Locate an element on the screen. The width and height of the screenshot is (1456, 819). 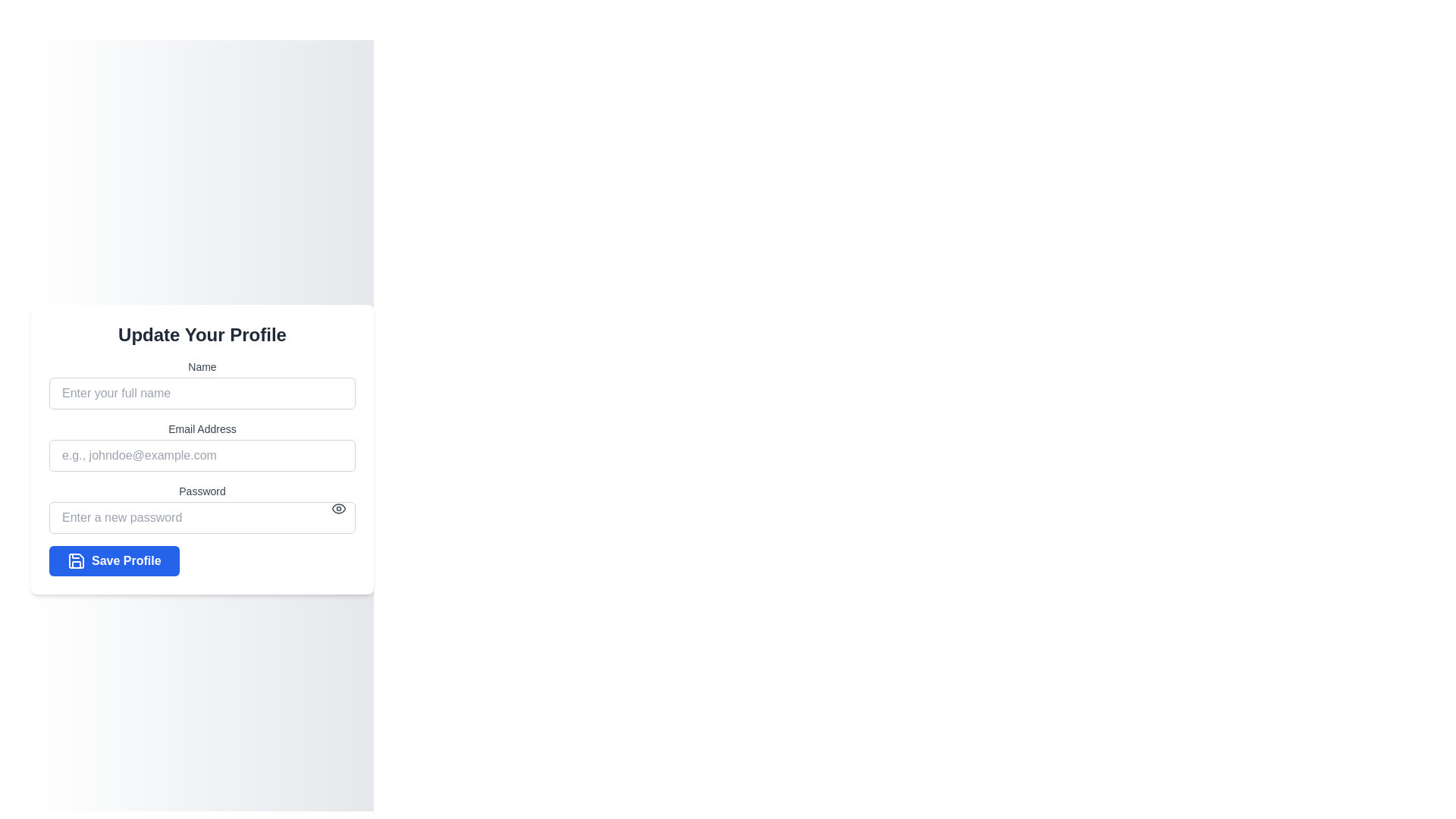
the Email input field labeled 'Email Address', which is styled with a rectangular white background and placeholder text 'e.g., johndoe@example.com' is located at coordinates (202, 446).